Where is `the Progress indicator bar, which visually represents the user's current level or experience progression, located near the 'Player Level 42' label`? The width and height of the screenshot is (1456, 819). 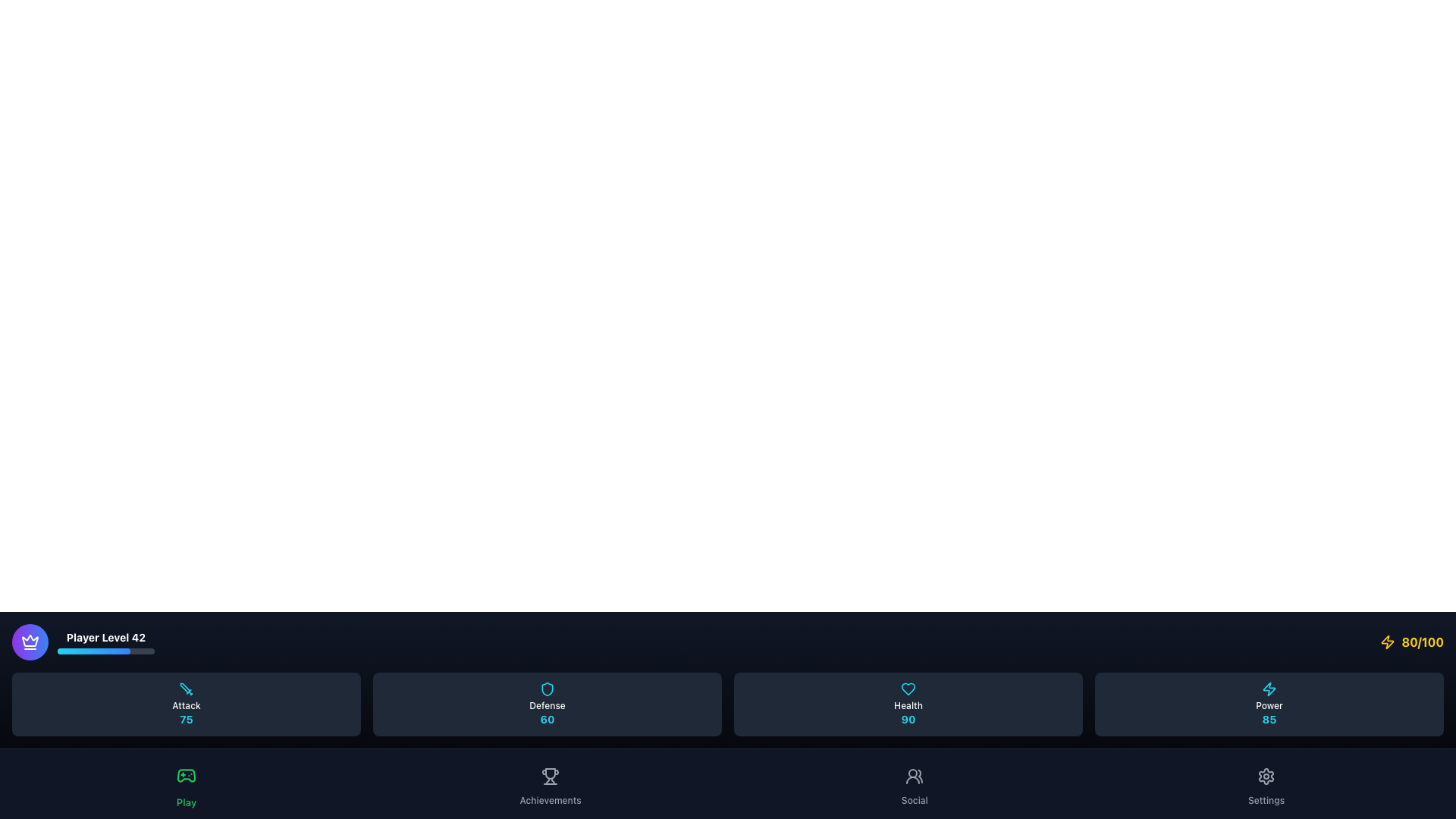 the Progress indicator bar, which visually represents the user's current level or experience progression, located near the 'Player Level 42' label is located at coordinates (93, 651).